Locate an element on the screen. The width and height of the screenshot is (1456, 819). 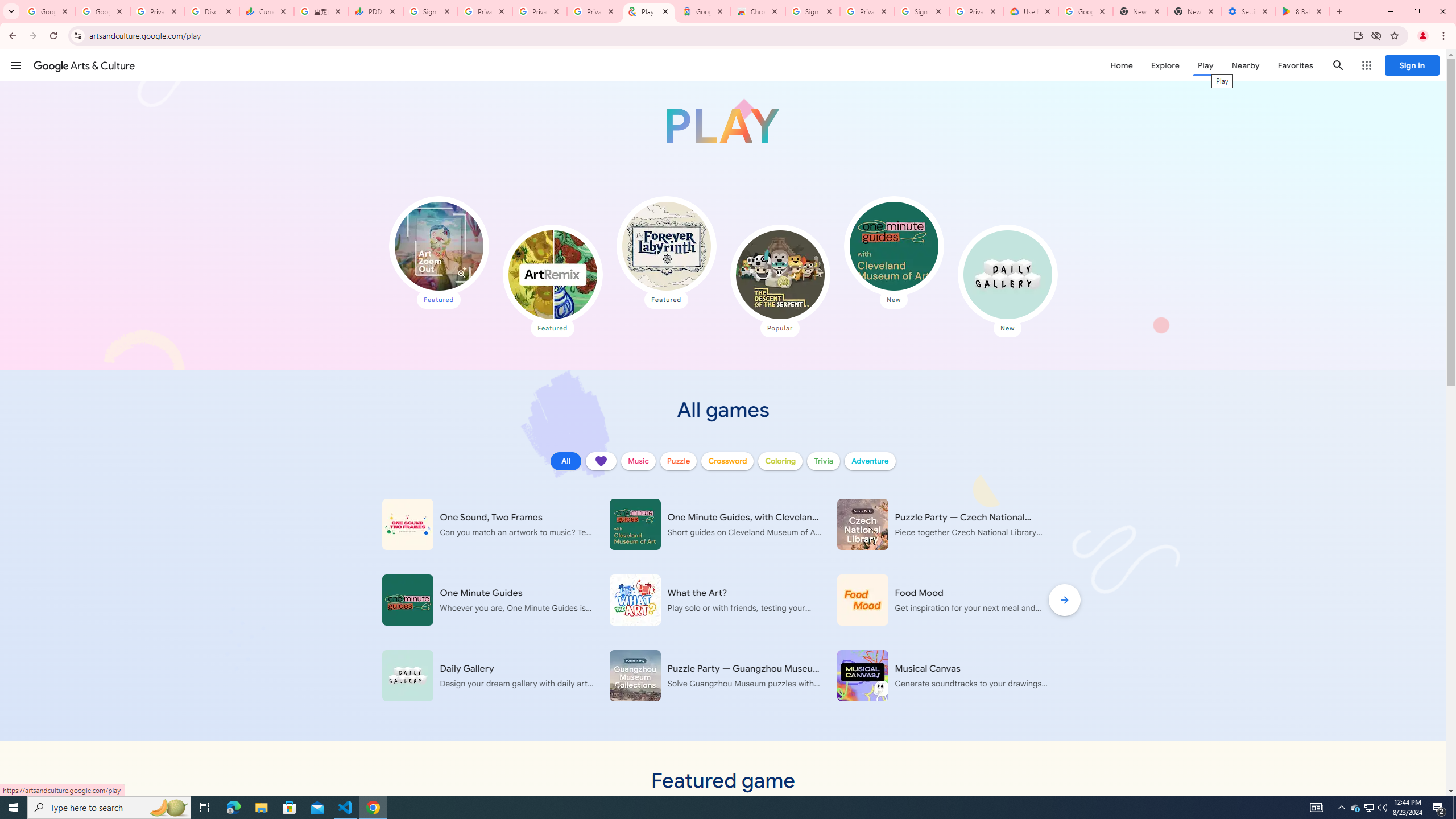
'Currencies - Google Finance' is located at coordinates (266, 11).